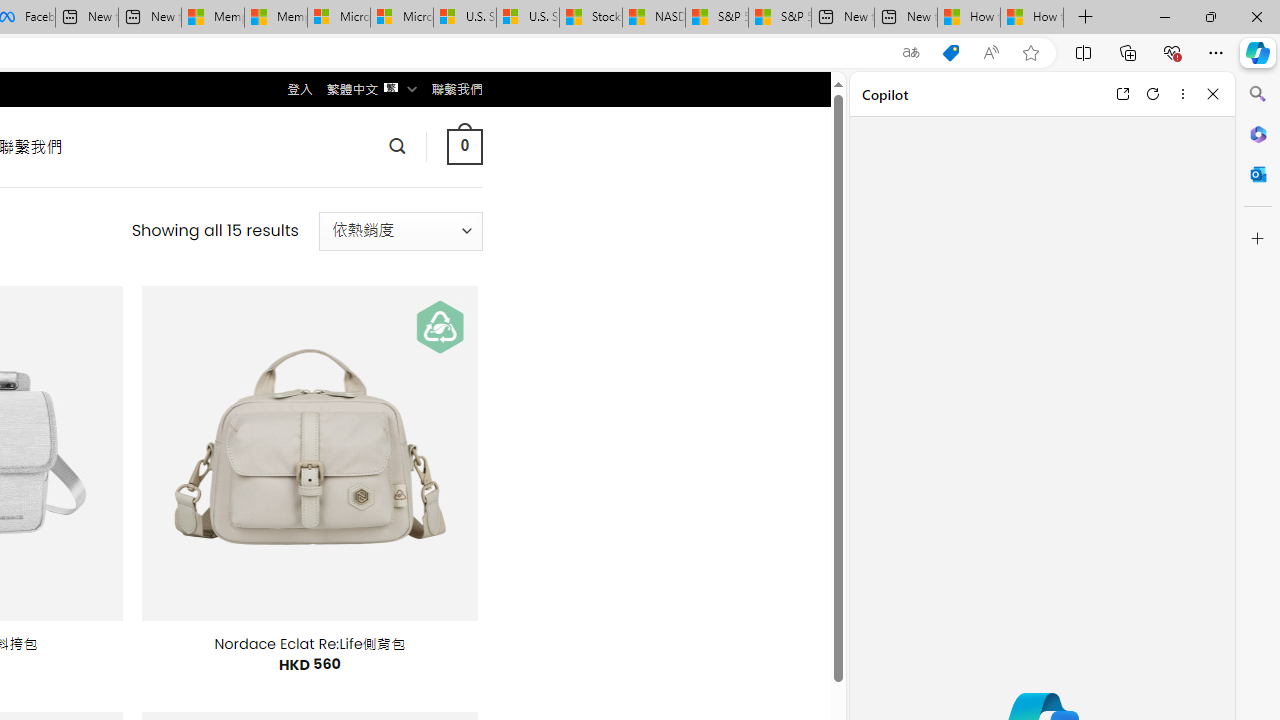 The image size is (1280, 720). Describe the element at coordinates (1212, 93) in the screenshot. I see `'Close'` at that location.